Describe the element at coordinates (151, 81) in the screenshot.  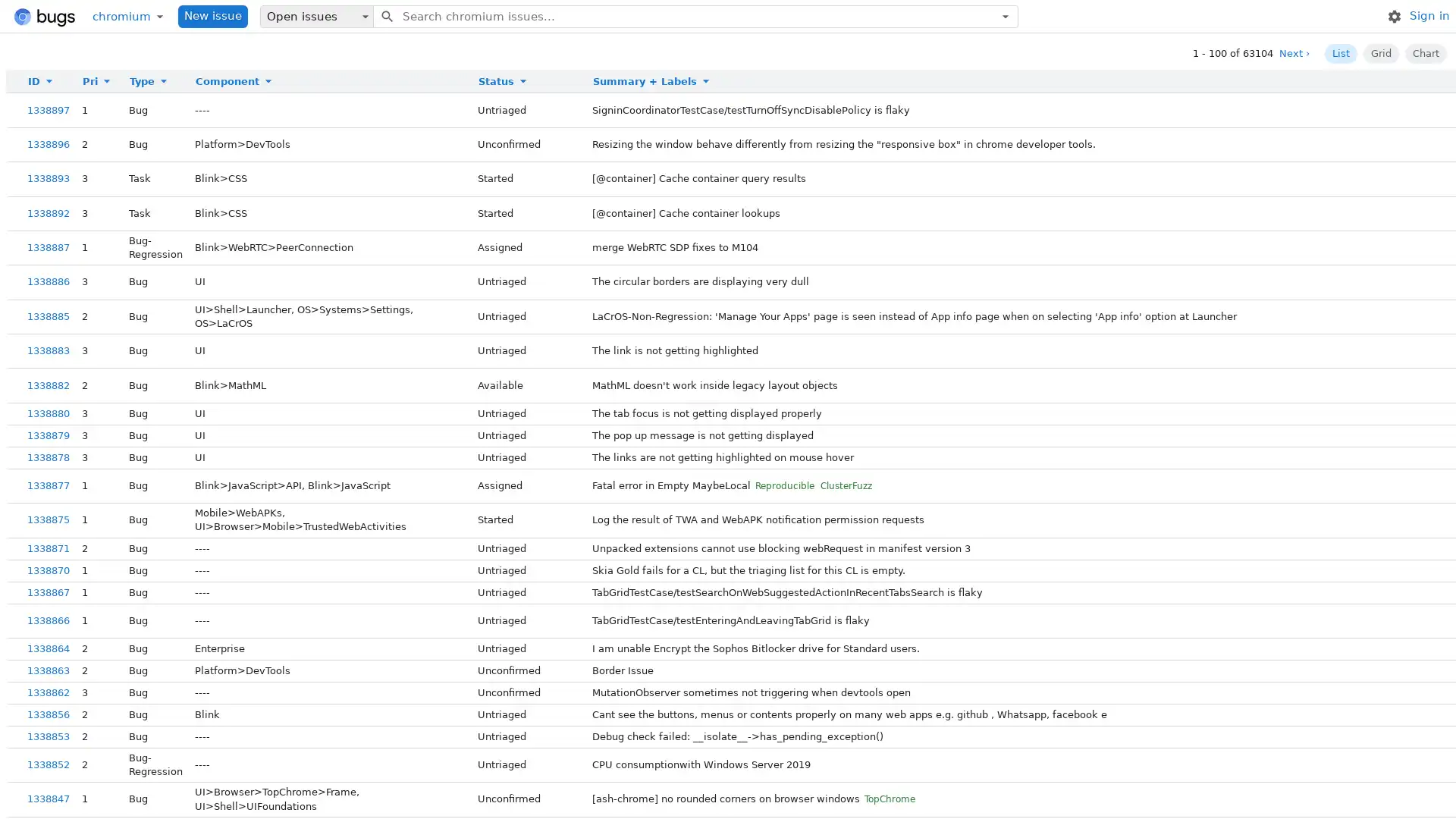
I see `Type` at that location.